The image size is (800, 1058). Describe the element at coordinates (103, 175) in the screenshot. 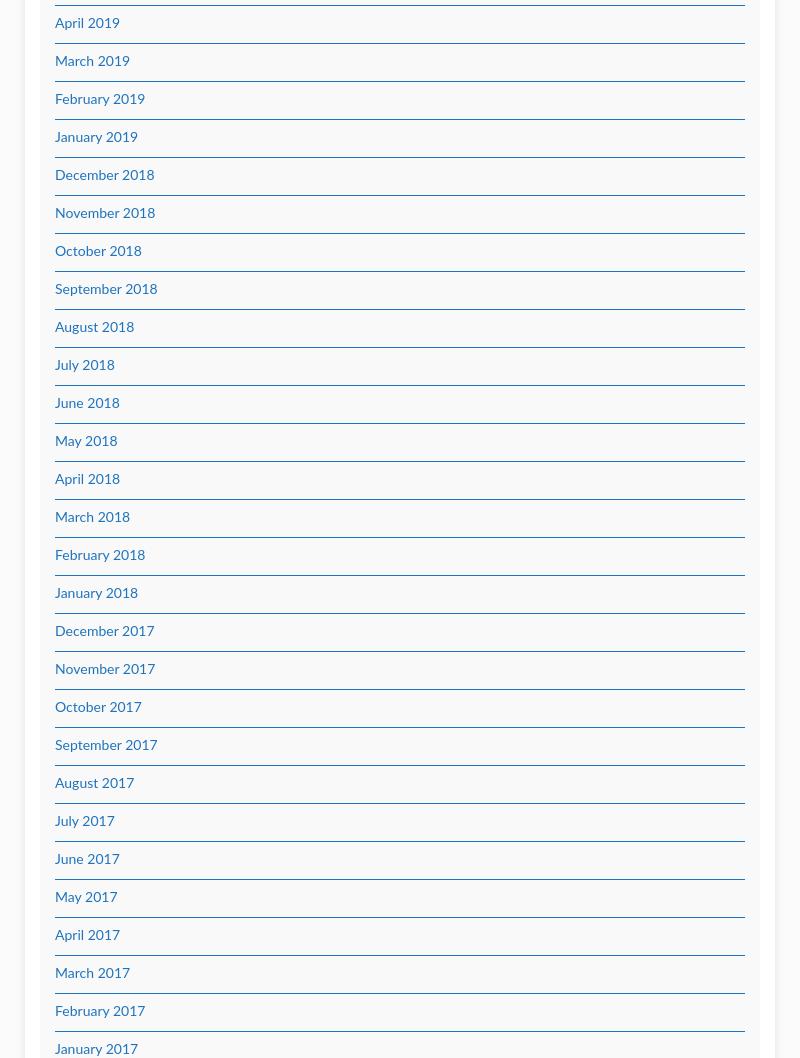

I see `'December 2018'` at that location.